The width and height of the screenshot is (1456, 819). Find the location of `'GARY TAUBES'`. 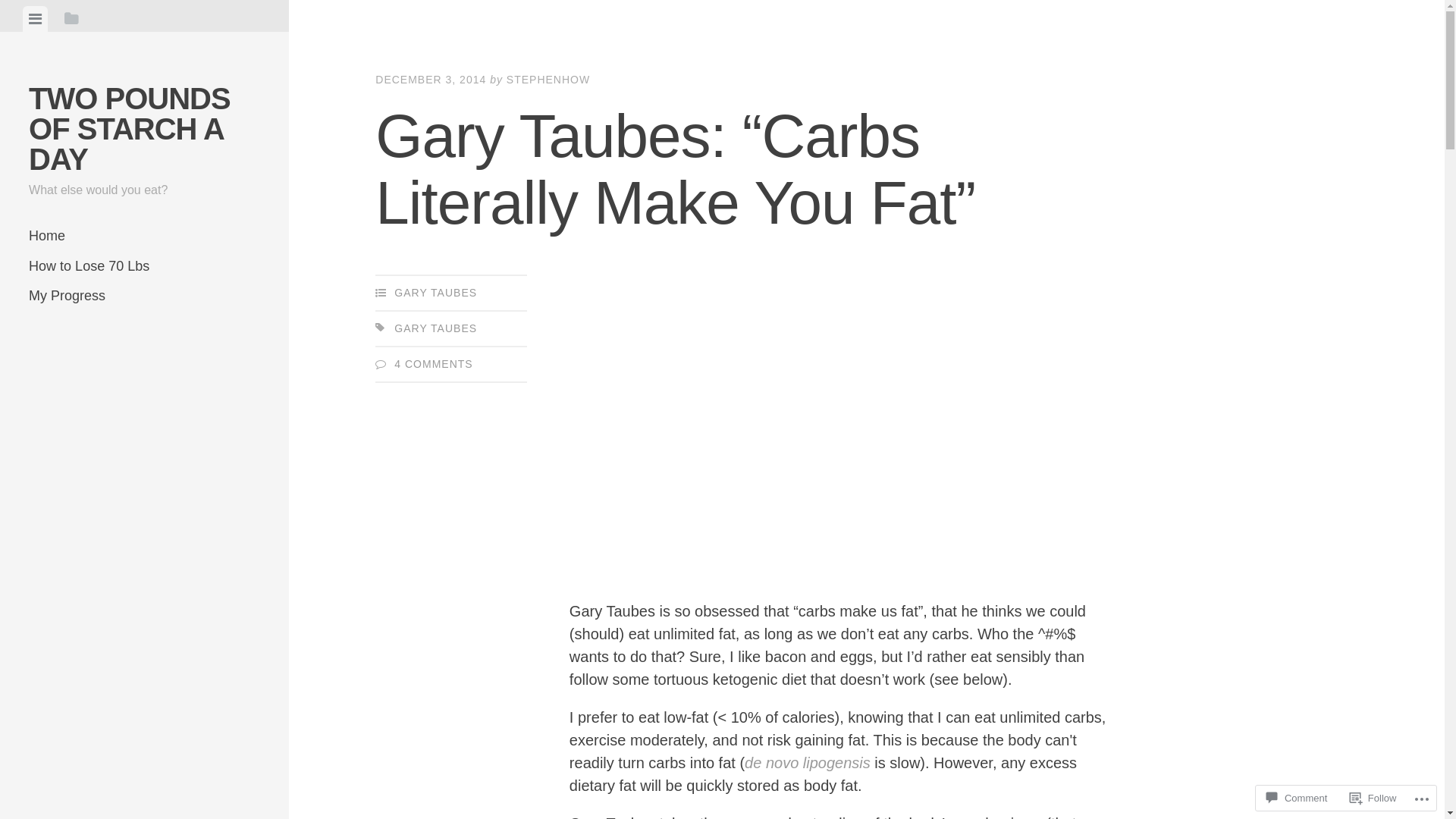

'GARY TAUBES' is located at coordinates (435, 327).